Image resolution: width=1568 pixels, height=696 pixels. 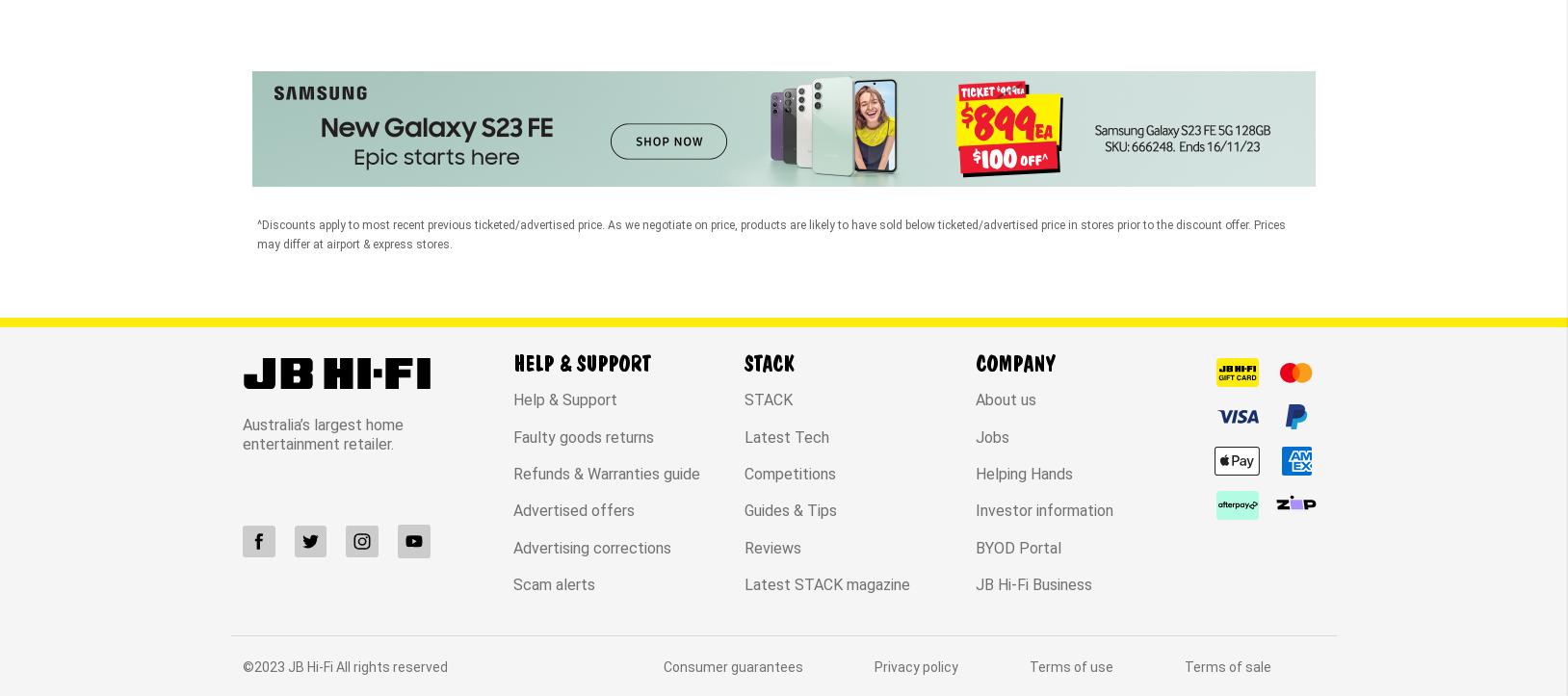 What do you see at coordinates (1018, 385) in the screenshot?
I see `'BYOD Portal'` at bounding box center [1018, 385].